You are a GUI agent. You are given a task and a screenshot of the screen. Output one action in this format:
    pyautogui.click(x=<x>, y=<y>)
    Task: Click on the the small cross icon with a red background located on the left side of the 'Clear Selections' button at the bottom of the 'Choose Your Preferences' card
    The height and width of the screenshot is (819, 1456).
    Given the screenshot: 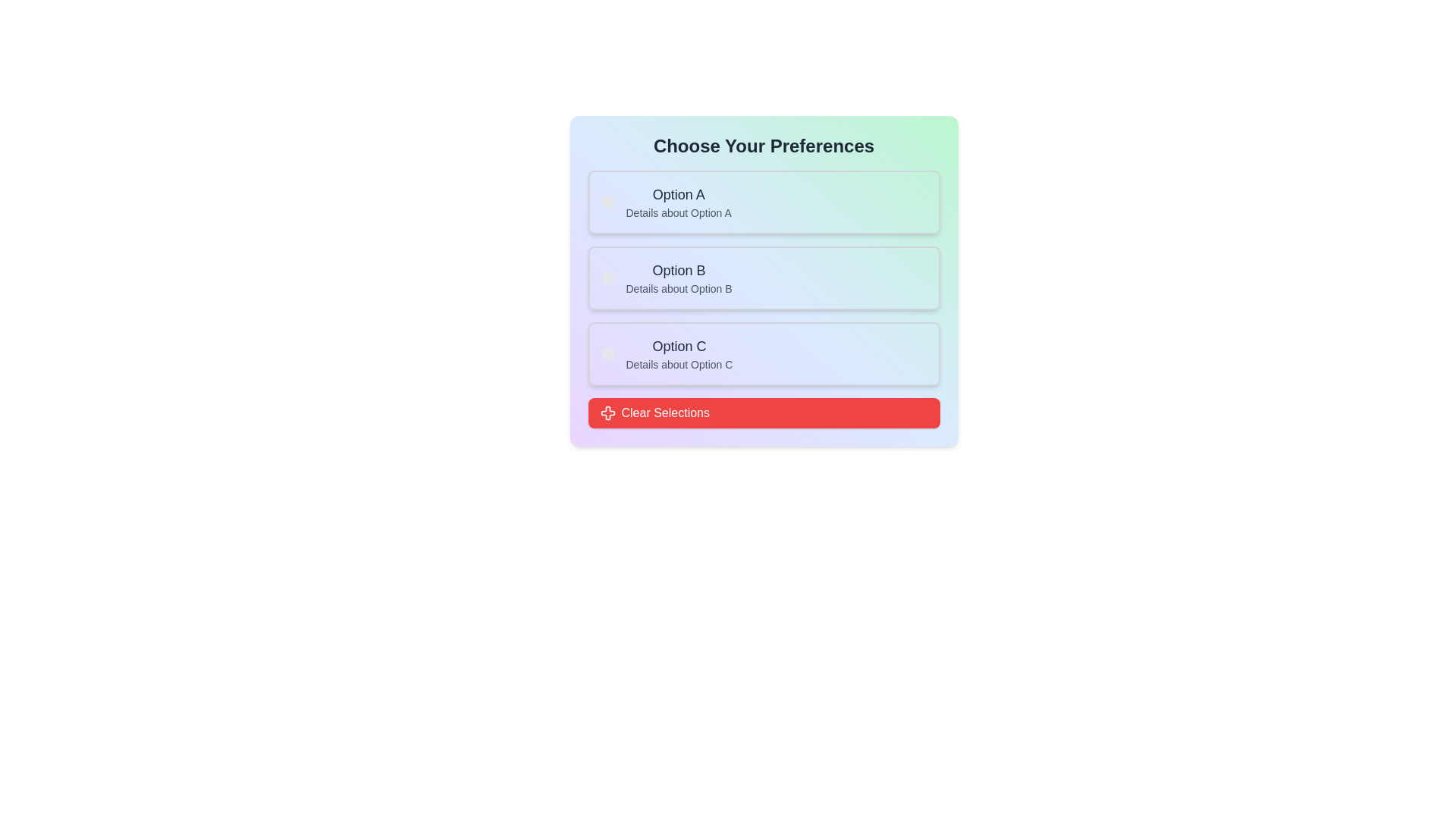 What is the action you would take?
    pyautogui.click(x=607, y=413)
    